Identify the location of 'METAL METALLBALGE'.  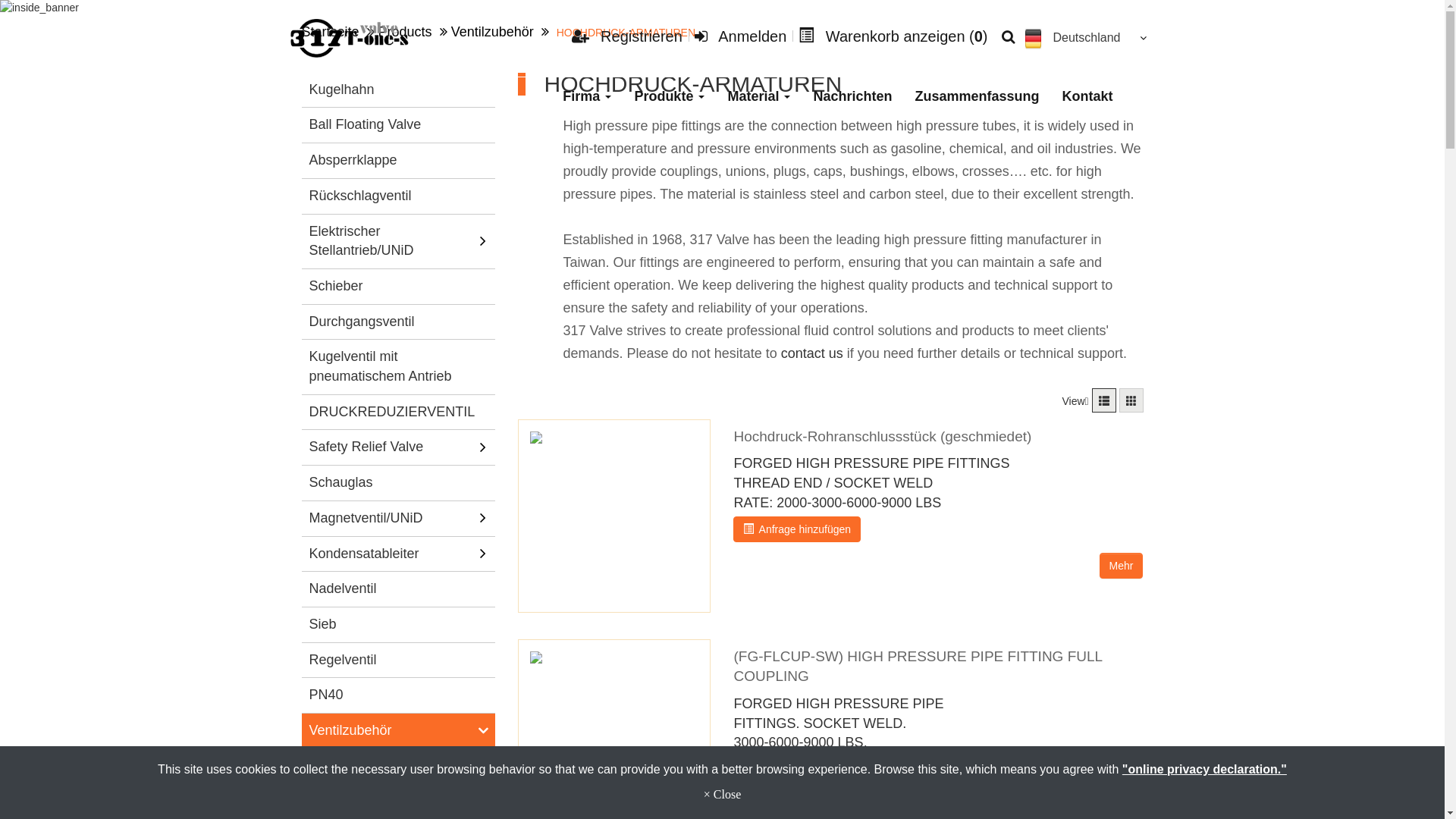
(403, 800).